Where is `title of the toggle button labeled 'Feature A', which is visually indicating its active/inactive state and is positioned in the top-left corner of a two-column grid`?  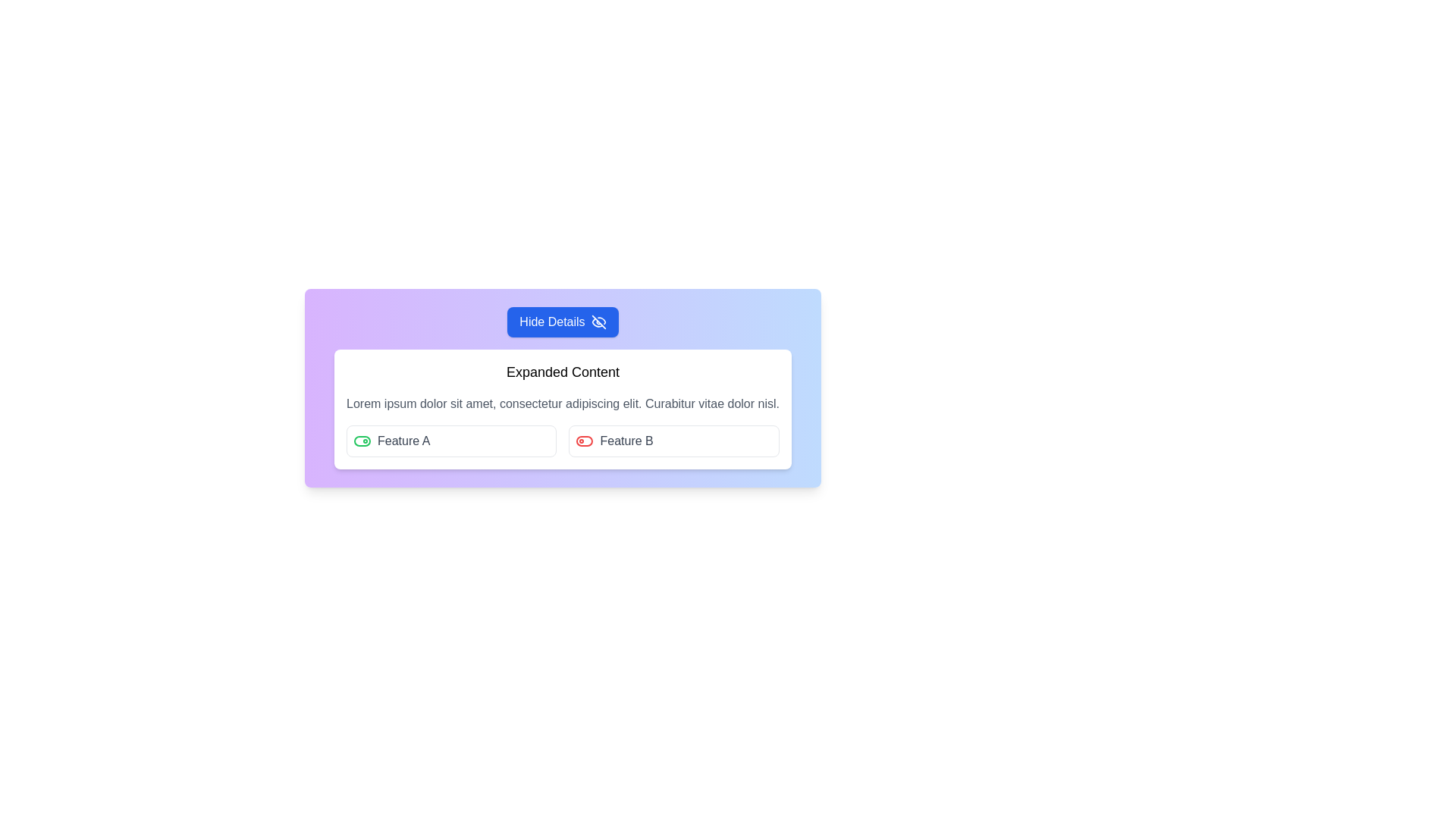
title of the toggle button labeled 'Feature A', which is visually indicating its active/inactive state and is positioned in the top-left corner of a two-column grid is located at coordinates (450, 441).